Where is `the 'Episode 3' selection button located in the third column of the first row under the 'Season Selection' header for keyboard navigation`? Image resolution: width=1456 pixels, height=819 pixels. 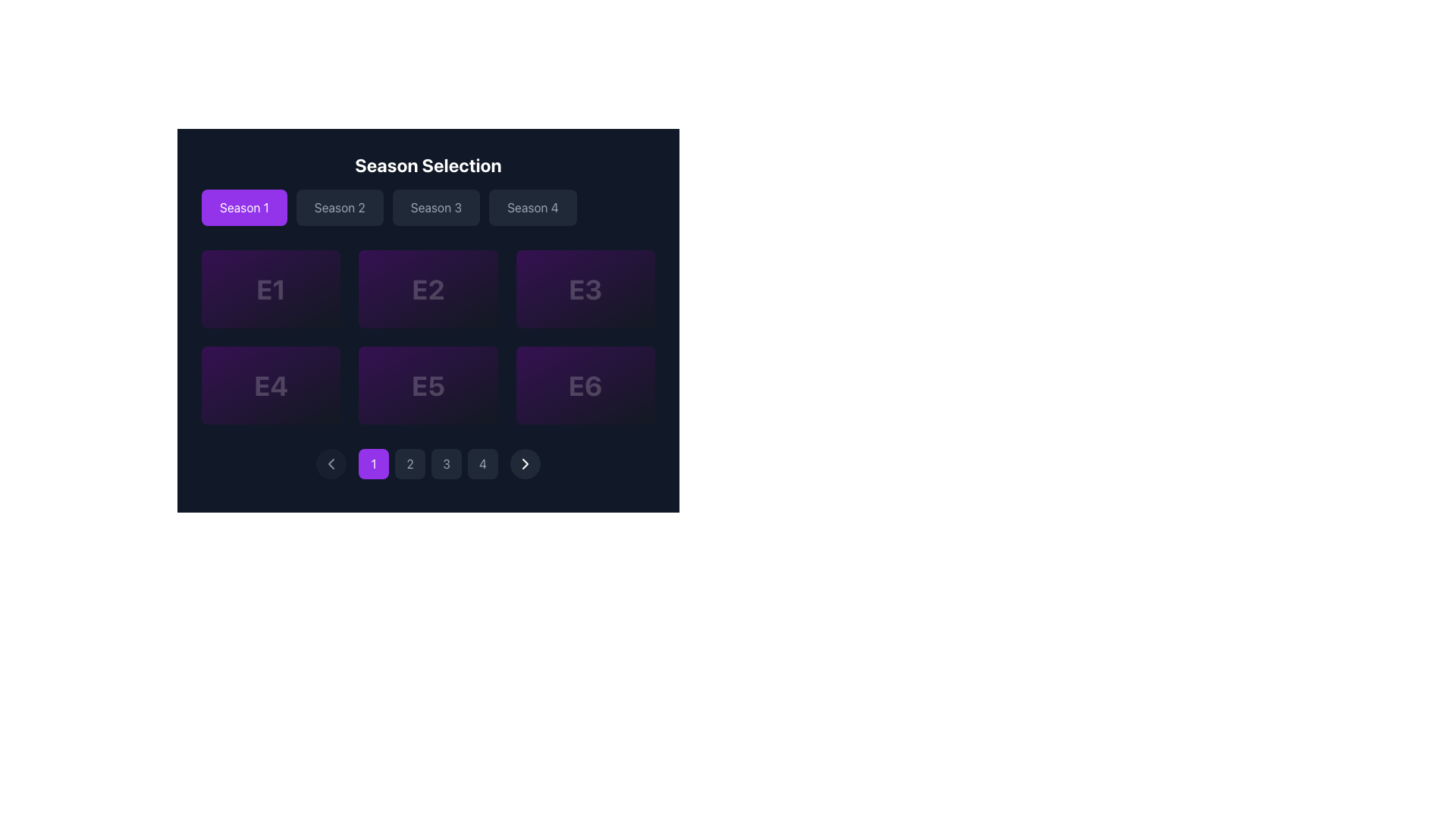 the 'Episode 3' selection button located in the third column of the first row under the 'Season Selection' header for keyboard navigation is located at coordinates (585, 289).